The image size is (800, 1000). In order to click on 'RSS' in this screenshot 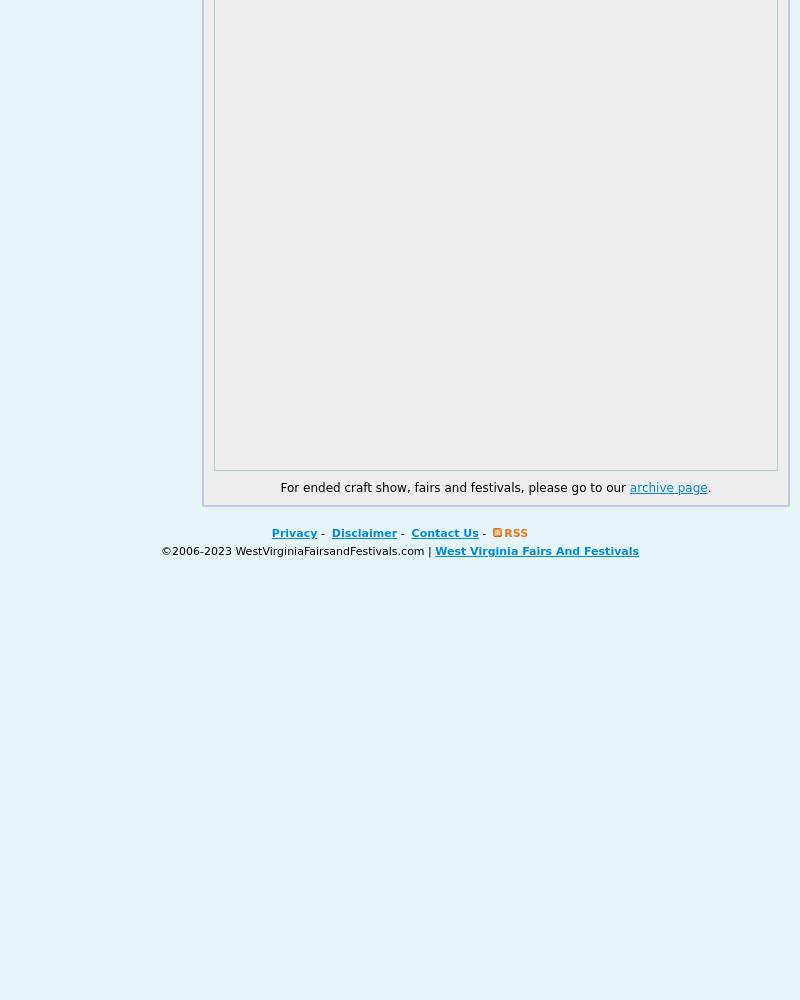, I will do `click(515, 533)`.